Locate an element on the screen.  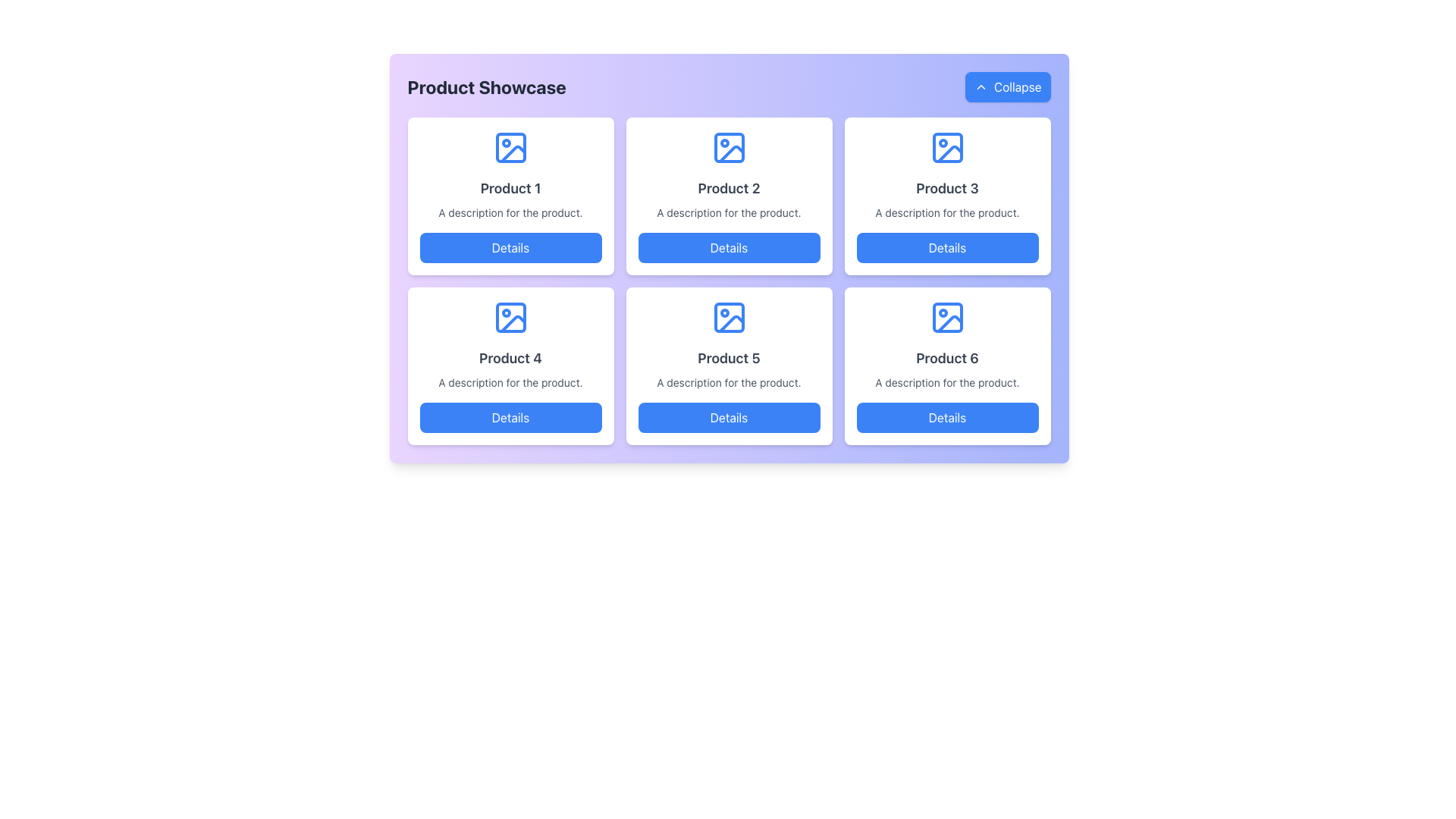
the button associated with 'Product 2' to fetch more information about the product is located at coordinates (729, 247).